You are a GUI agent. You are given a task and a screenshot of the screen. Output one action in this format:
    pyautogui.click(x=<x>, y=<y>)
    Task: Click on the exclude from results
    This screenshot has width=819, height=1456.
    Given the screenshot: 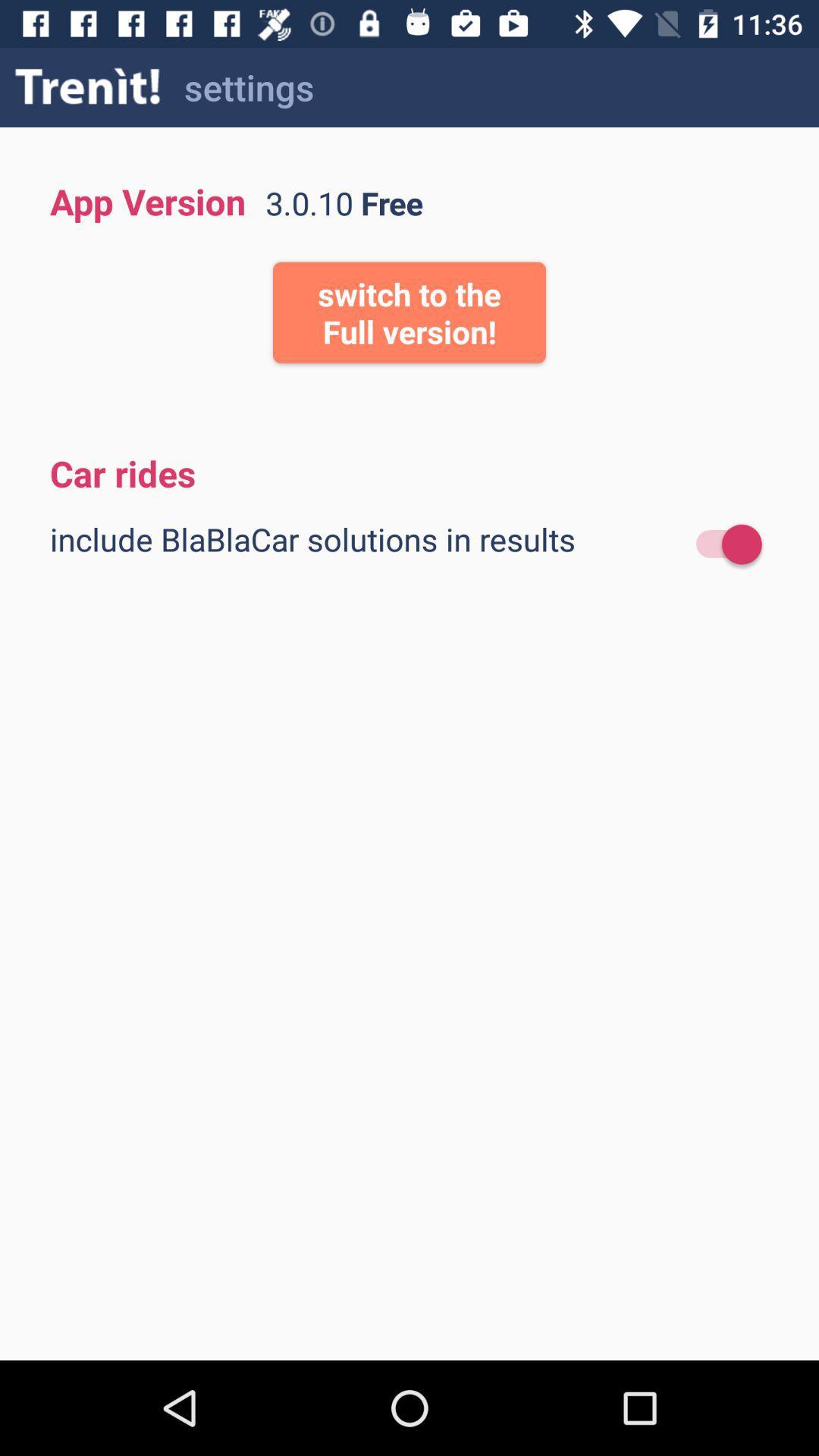 What is the action you would take?
    pyautogui.click(x=720, y=544)
    